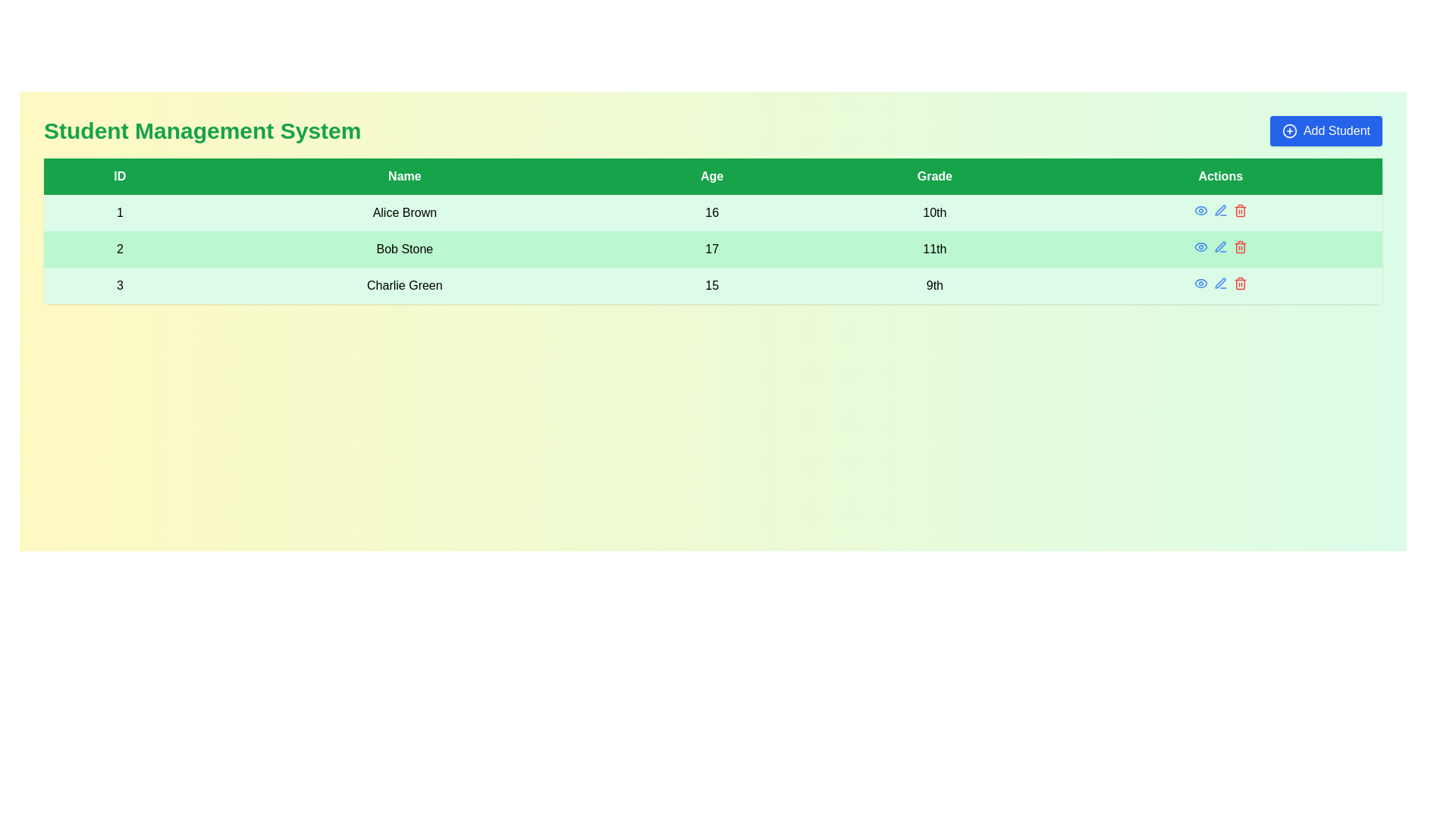 Image resolution: width=1456 pixels, height=819 pixels. What do you see at coordinates (934, 213) in the screenshot?
I see `the text label indicating the grade for the student 'Alice Brown' in the fourth cell of the table, which is adjacent to the 'Age' column on the left and the 'Actions' column on the right` at bounding box center [934, 213].